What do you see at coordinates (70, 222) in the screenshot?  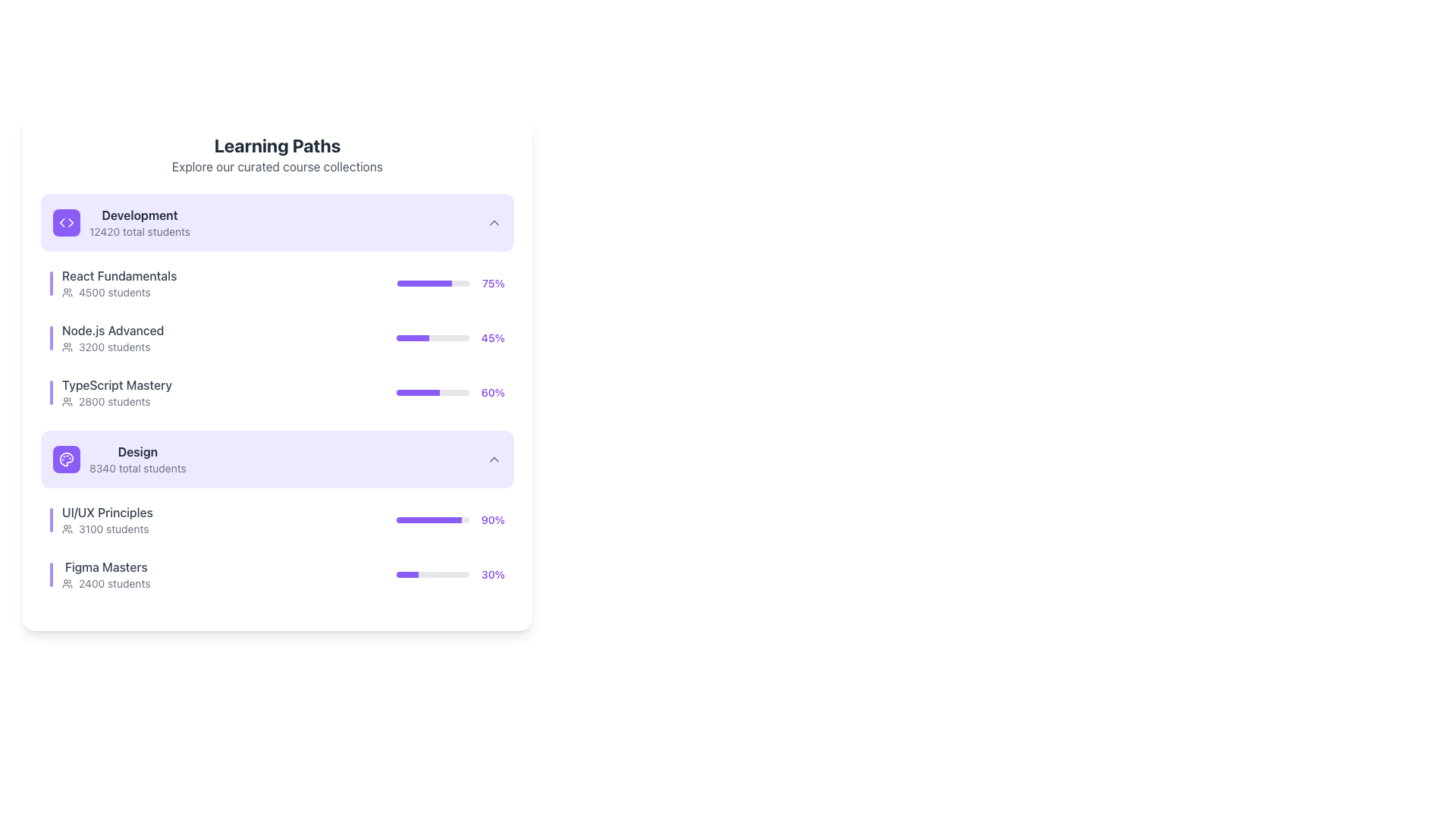 I see `the rightward chevron SVG element located to the left of the 'Development' header in the 'Learning Paths' section` at bounding box center [70, 222].